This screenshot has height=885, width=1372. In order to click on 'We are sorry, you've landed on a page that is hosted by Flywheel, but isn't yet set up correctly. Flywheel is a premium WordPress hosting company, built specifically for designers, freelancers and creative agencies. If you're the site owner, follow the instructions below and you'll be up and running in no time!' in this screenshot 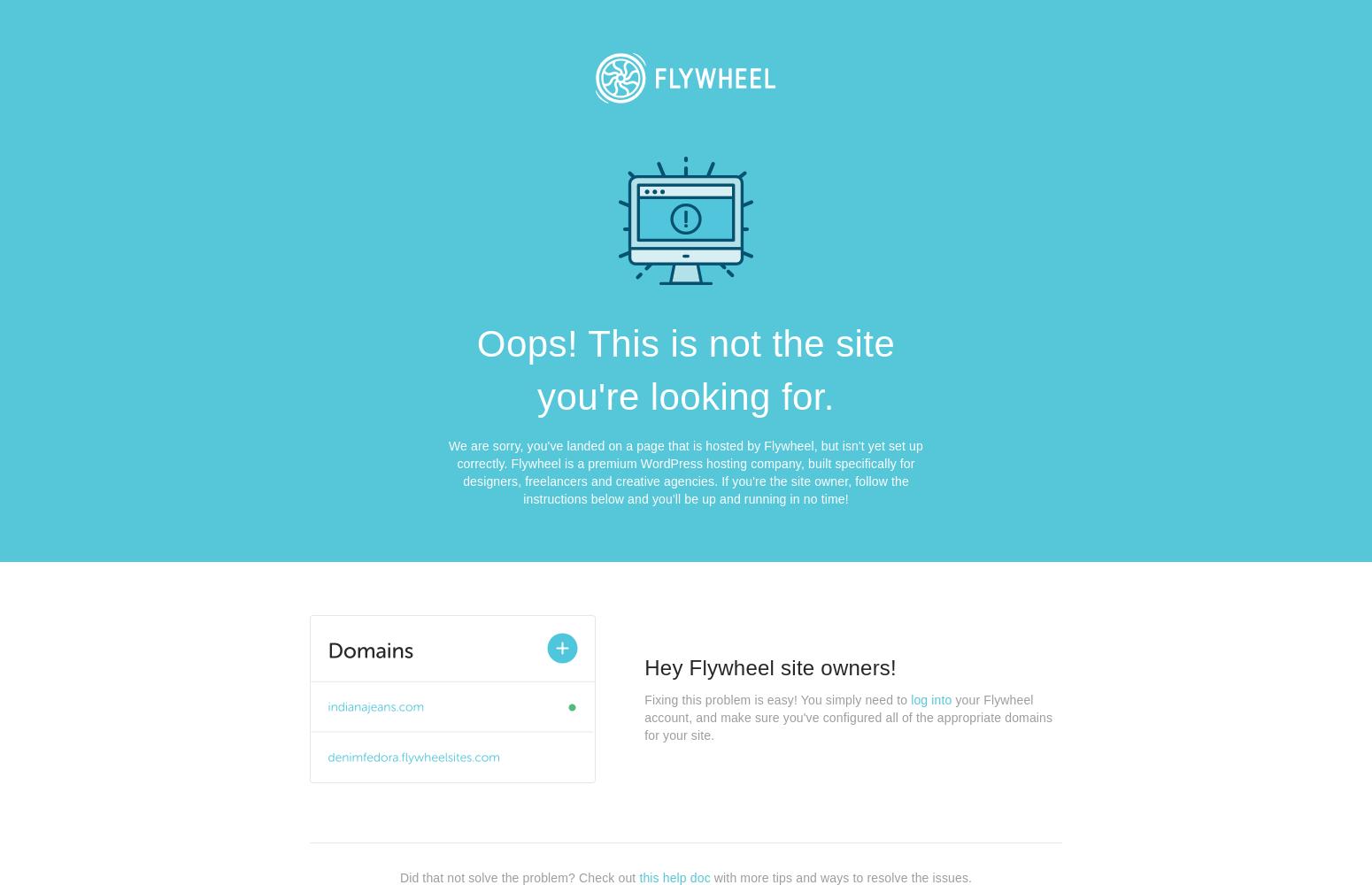, I will do `click(685, 473)`.